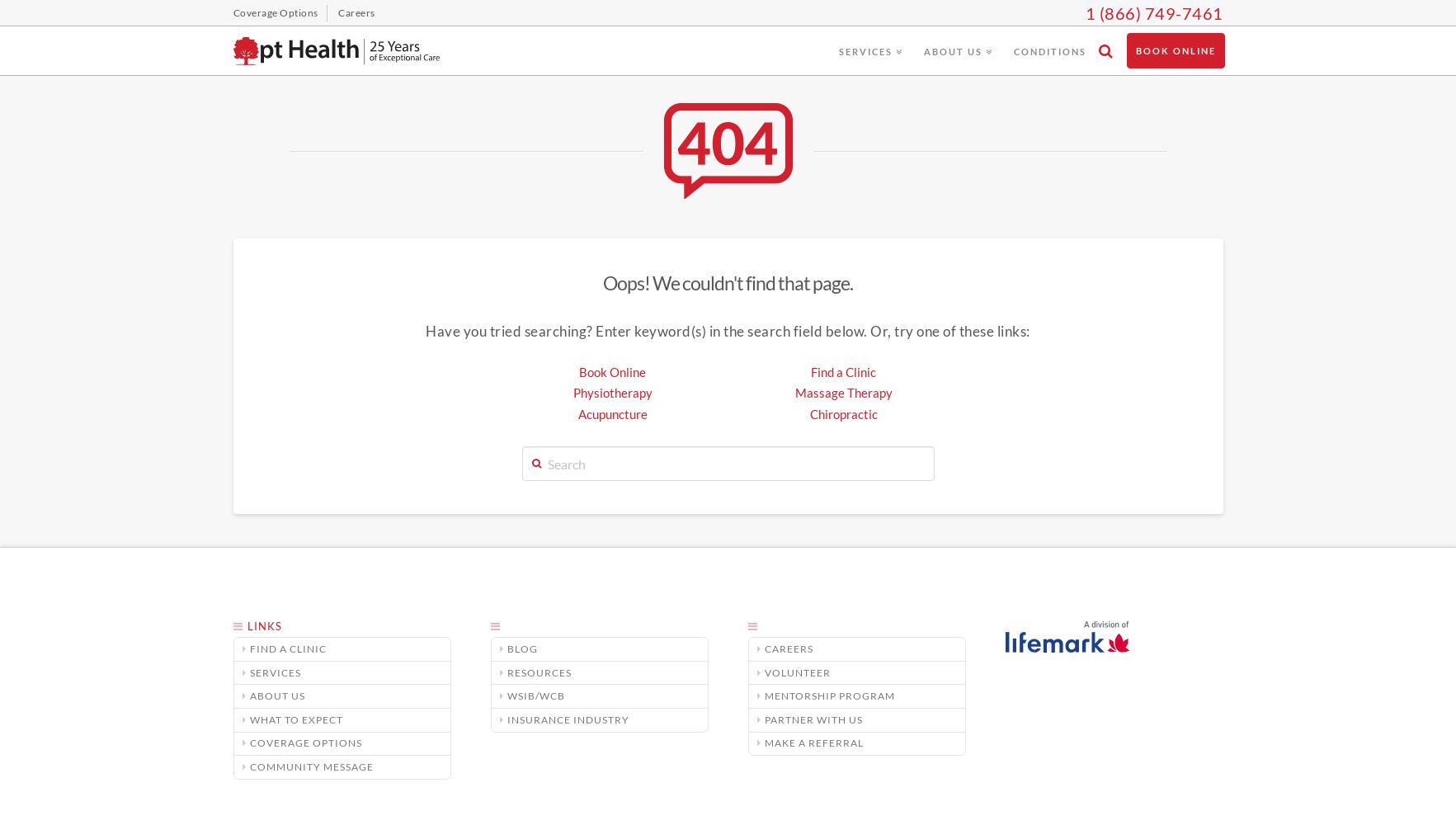 The width and height of the screenshot is (1456, 825). Describe the element at coordinates (249, 766) in the screenshot. I see `'Community Message'` at that location.